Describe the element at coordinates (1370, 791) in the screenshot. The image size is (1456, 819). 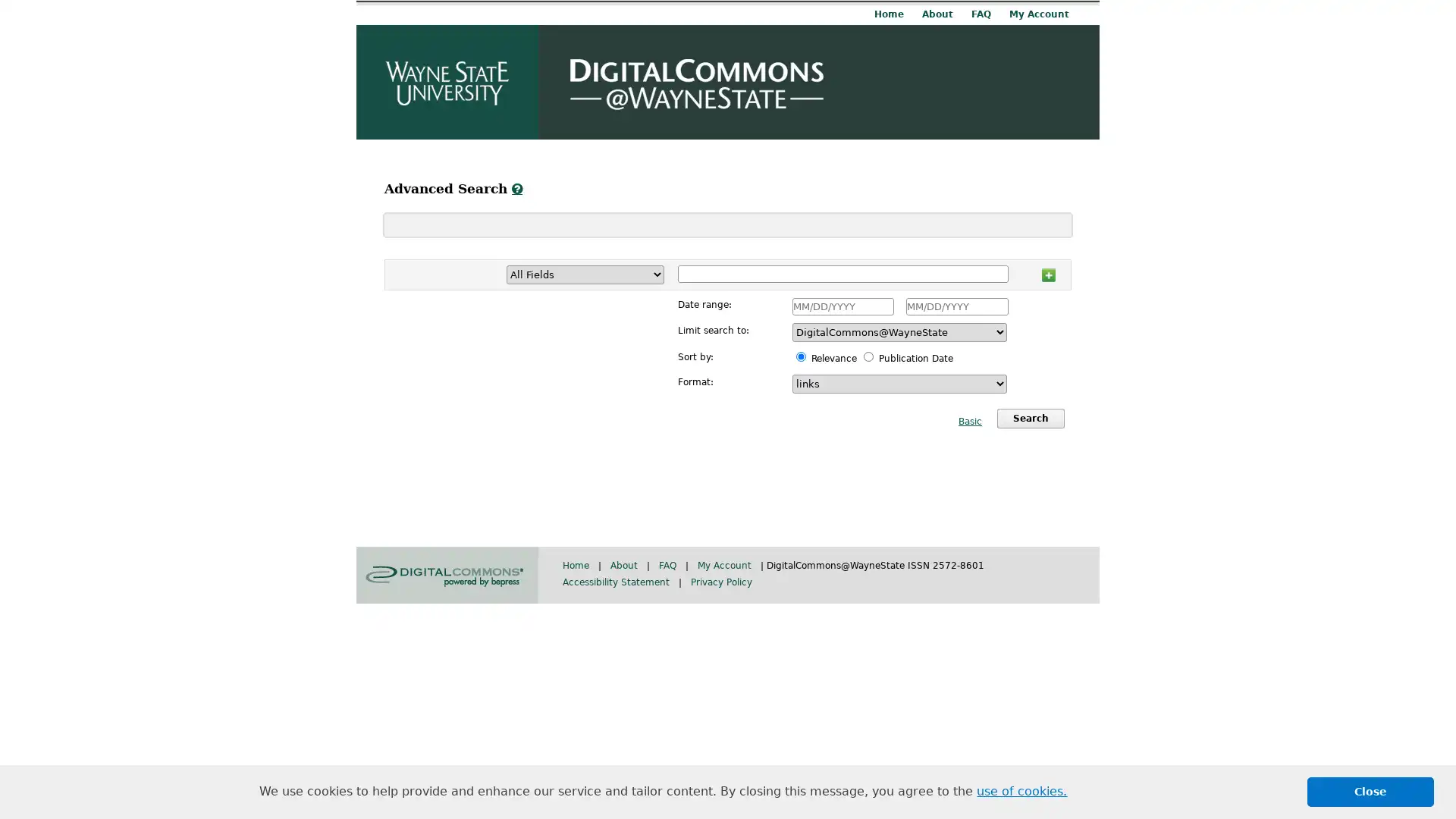
I see `dismiss cookie message` at that location.